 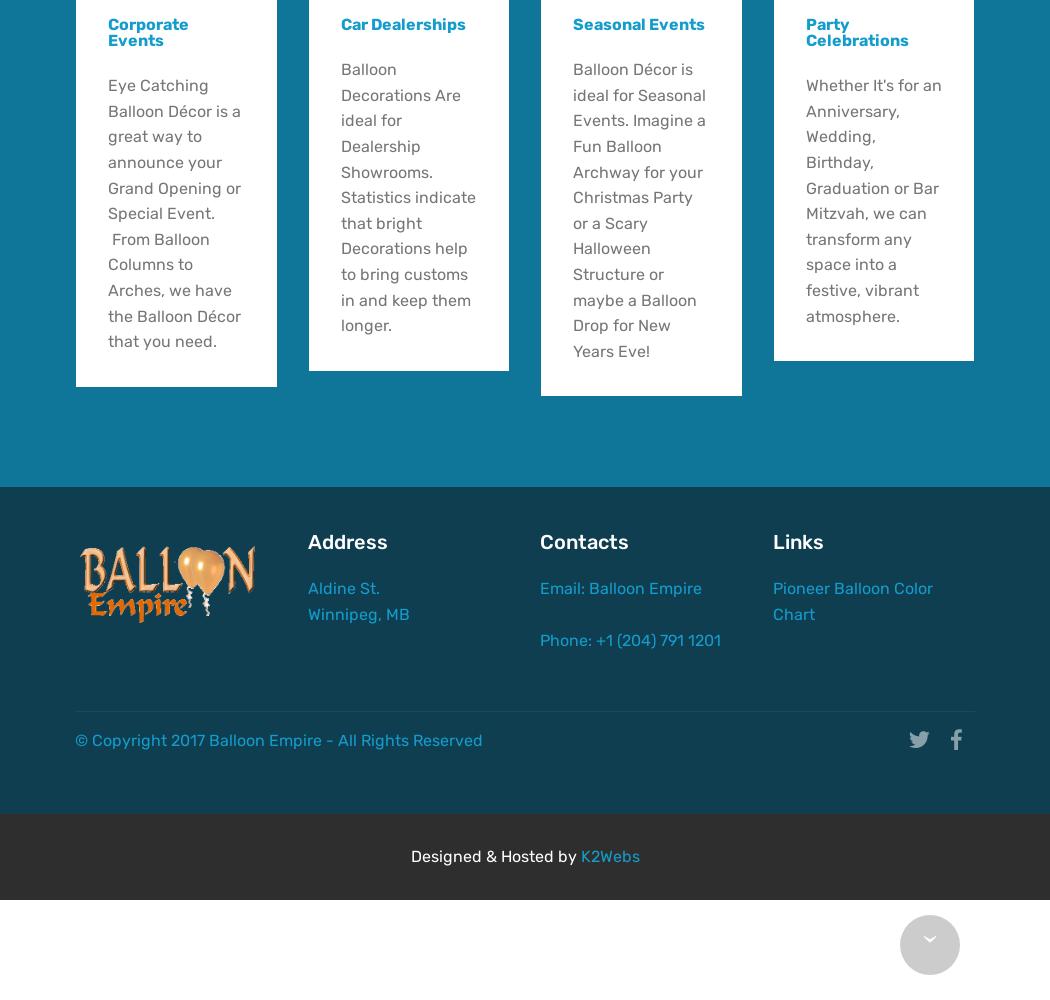 What do you see at coordinates (638, 209) in the screenshot?
I see `'Balloon Décor is ideal for Seasonal Events. Imagine a Fun Balloon Archway for your Christmas Party or a Scary Halloween Structure or maybe a Balloon Drop for New Years Eve!'` at bounding box center [638, 209].